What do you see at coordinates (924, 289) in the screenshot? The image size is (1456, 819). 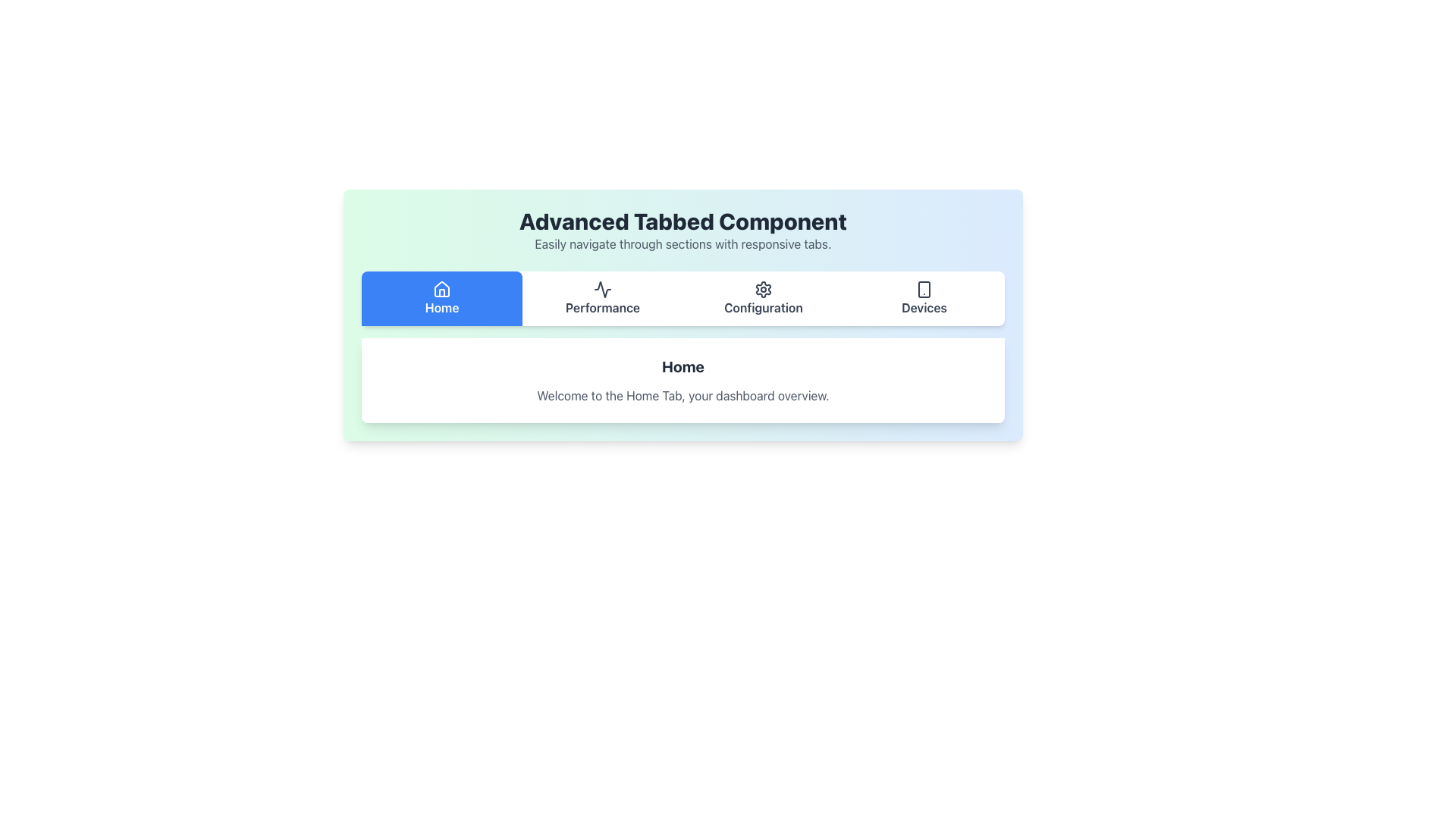 I see `the minimalist smartphone icon located in the top-right corner of the 'Devices' tab` at bounding box center [924, 289].